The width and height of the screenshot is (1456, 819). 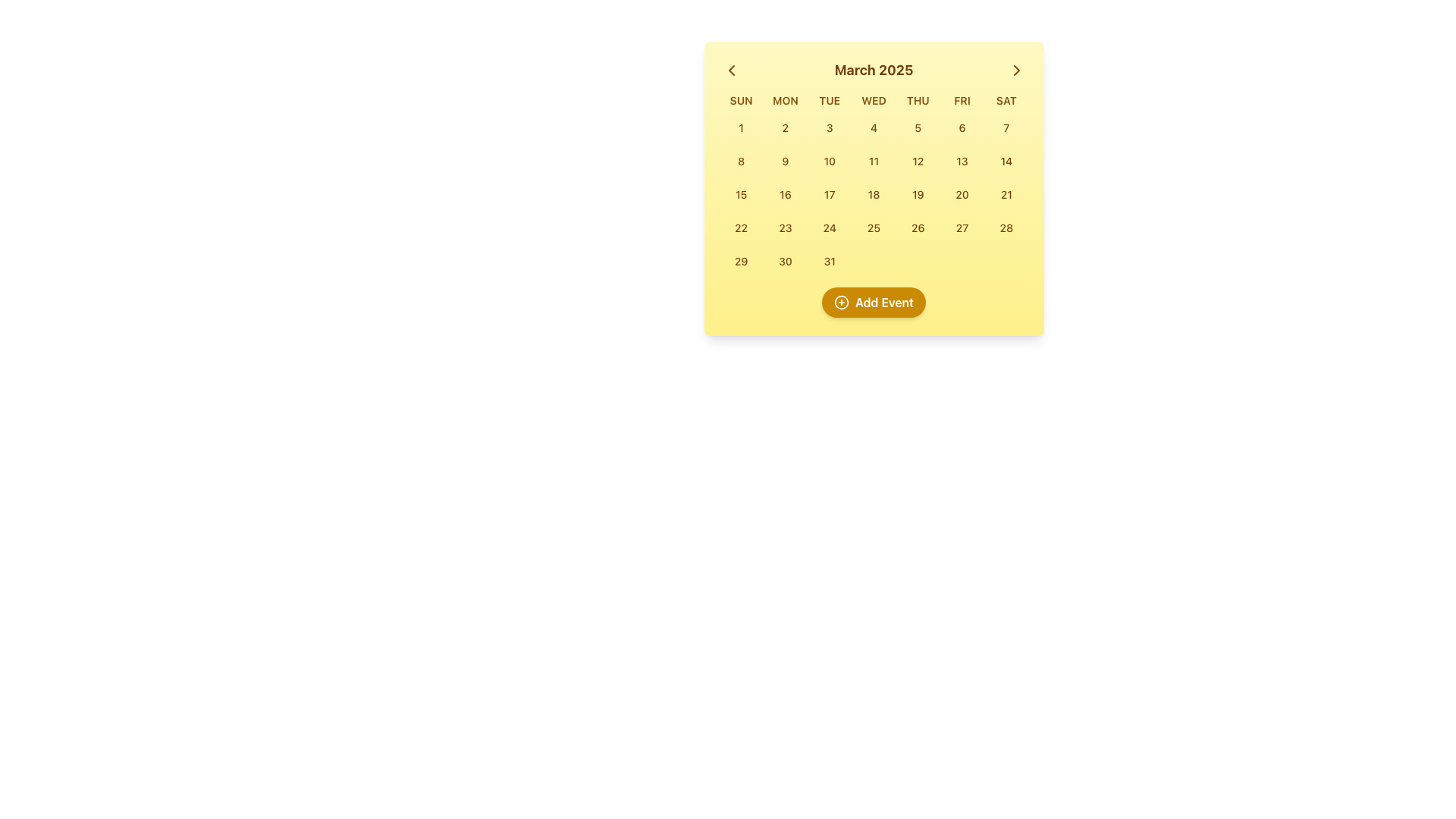 What do you see at coordinates (829, 193) in the screenshot?
I see `the text element displaying the number '17' within the calendar grid cell` at bounding box center [829, 193].